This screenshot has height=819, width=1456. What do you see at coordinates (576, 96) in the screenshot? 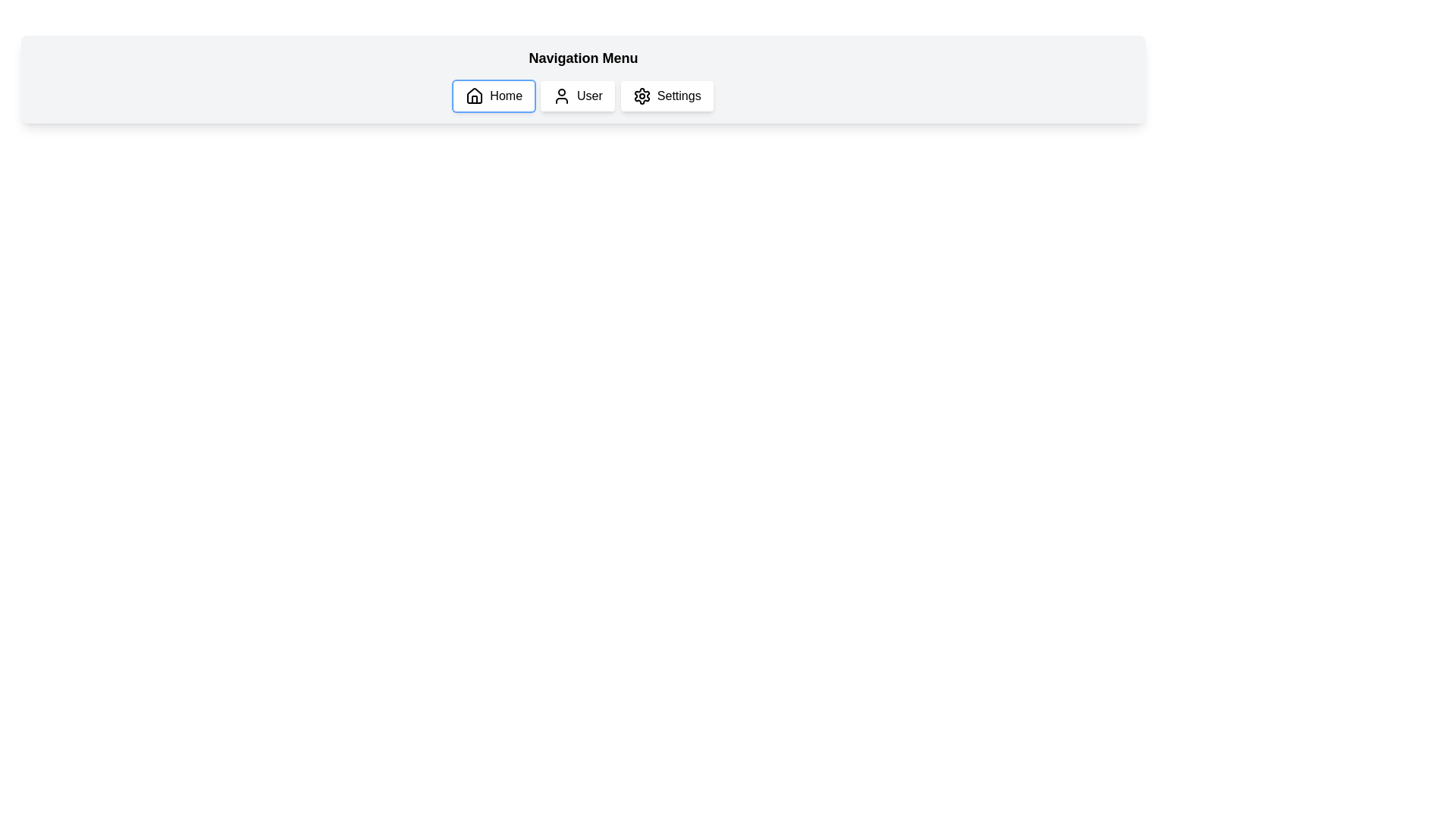
I see `the 'User' button, which is the second button in the horizontal navigation bar` at bounding box center [576, 96].